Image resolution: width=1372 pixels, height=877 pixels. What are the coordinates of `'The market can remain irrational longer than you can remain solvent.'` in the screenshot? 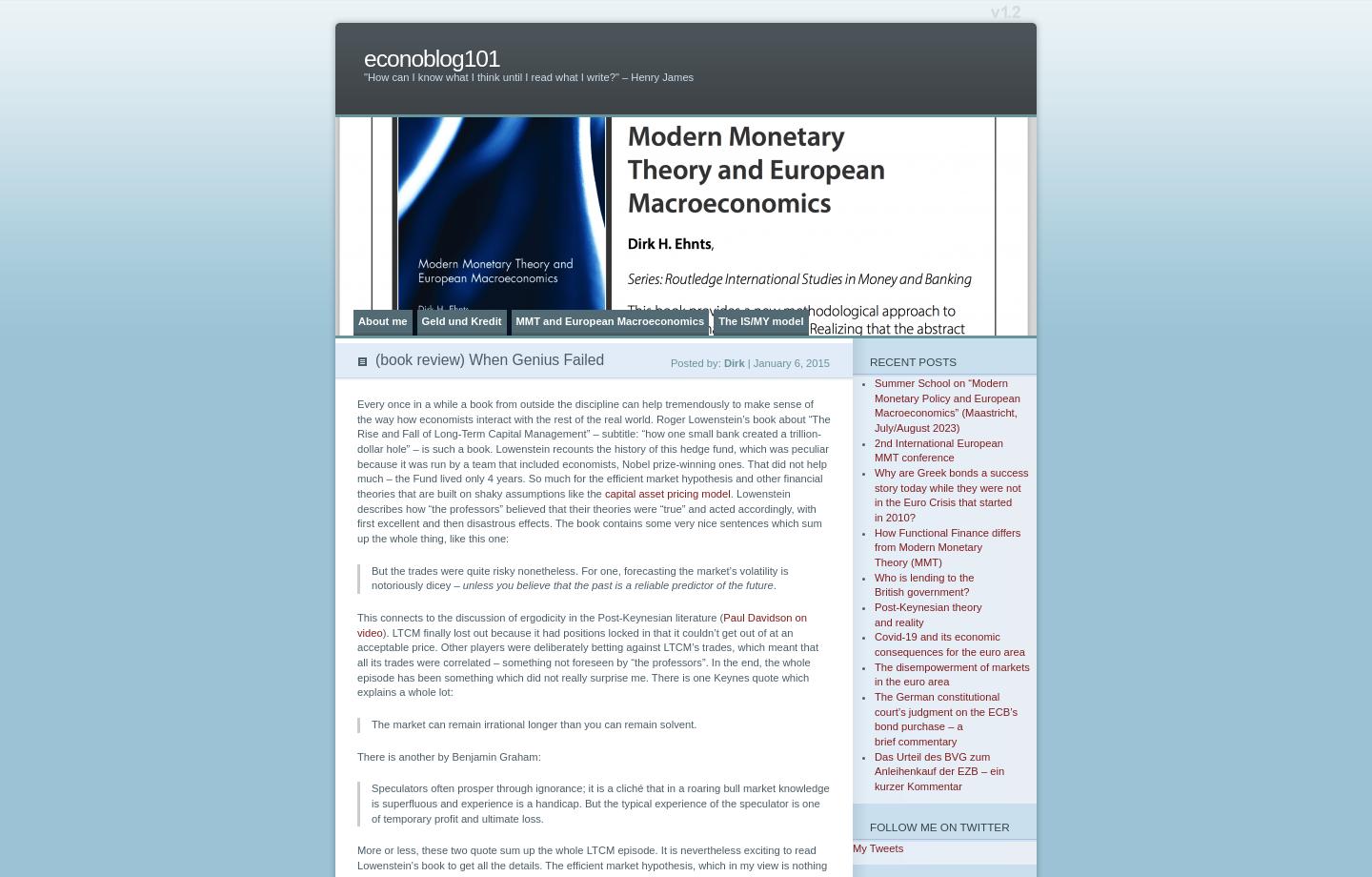 It's located at (534, 724).